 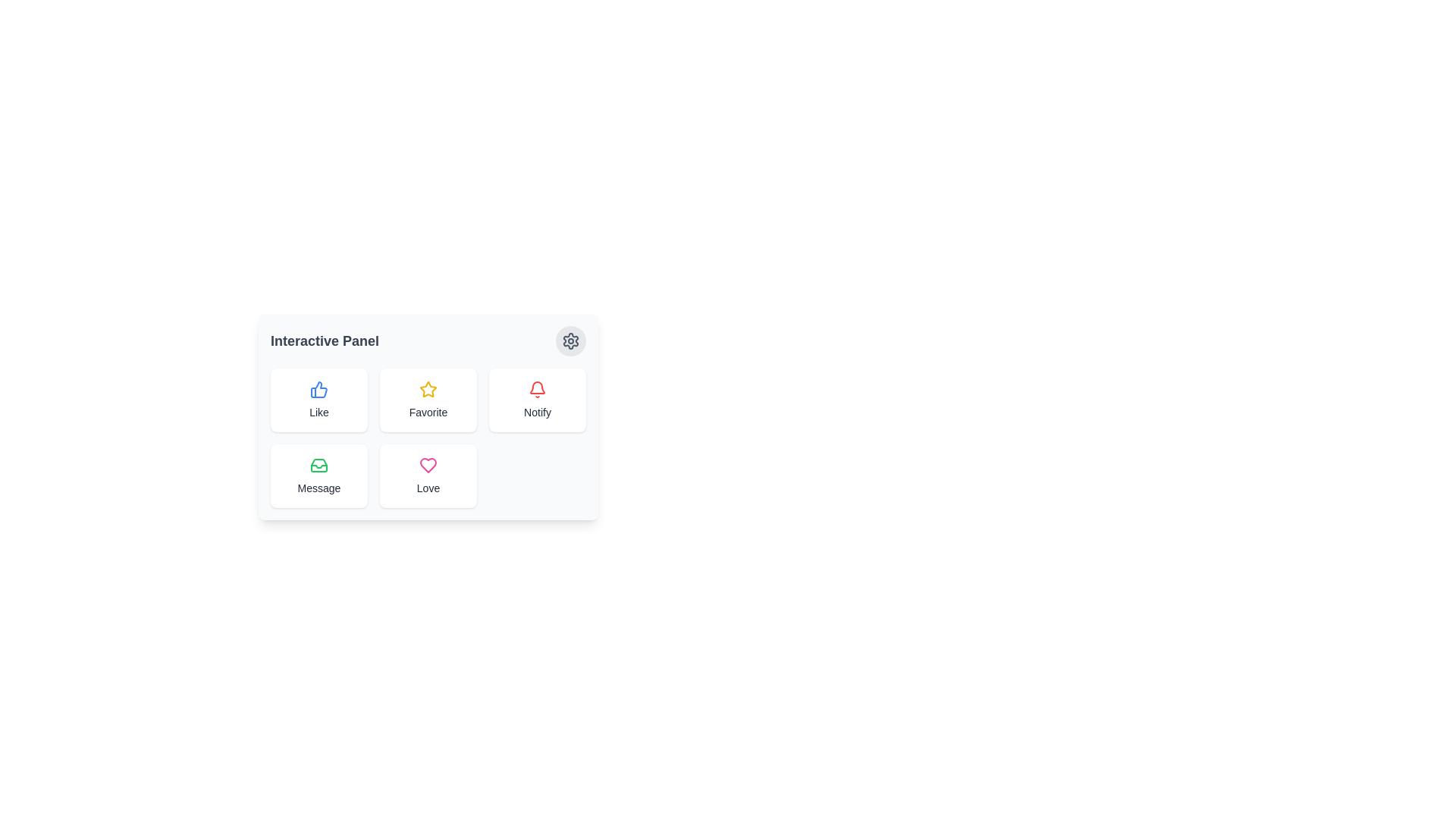 I want to click on the non-interactive text label displaying 'Favorite', which is styled in gray and located beneath the yellow star icon, so click(x=428, y=412).